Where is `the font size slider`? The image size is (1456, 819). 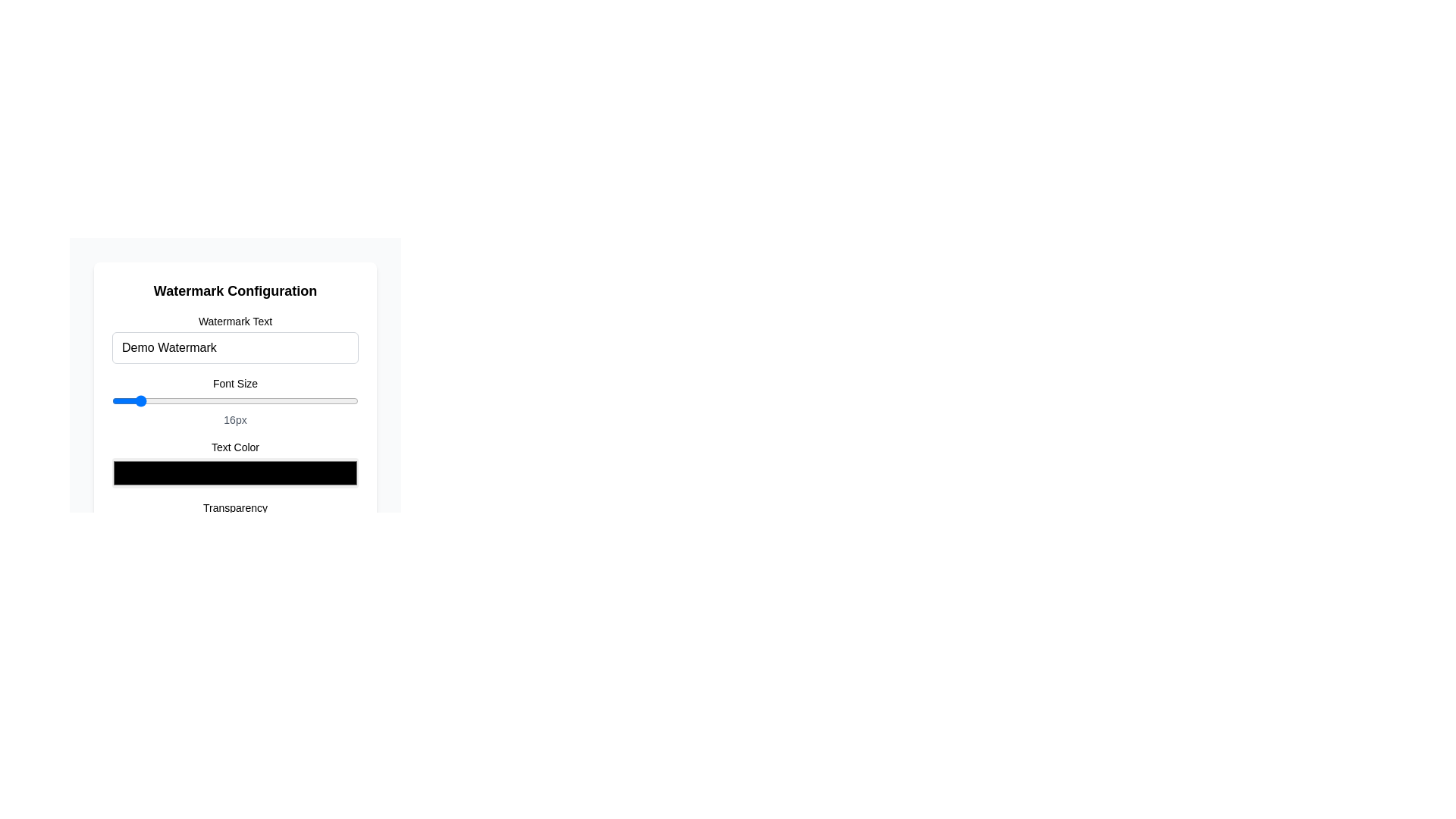
the font size slider is located at coordinates (275, 400).